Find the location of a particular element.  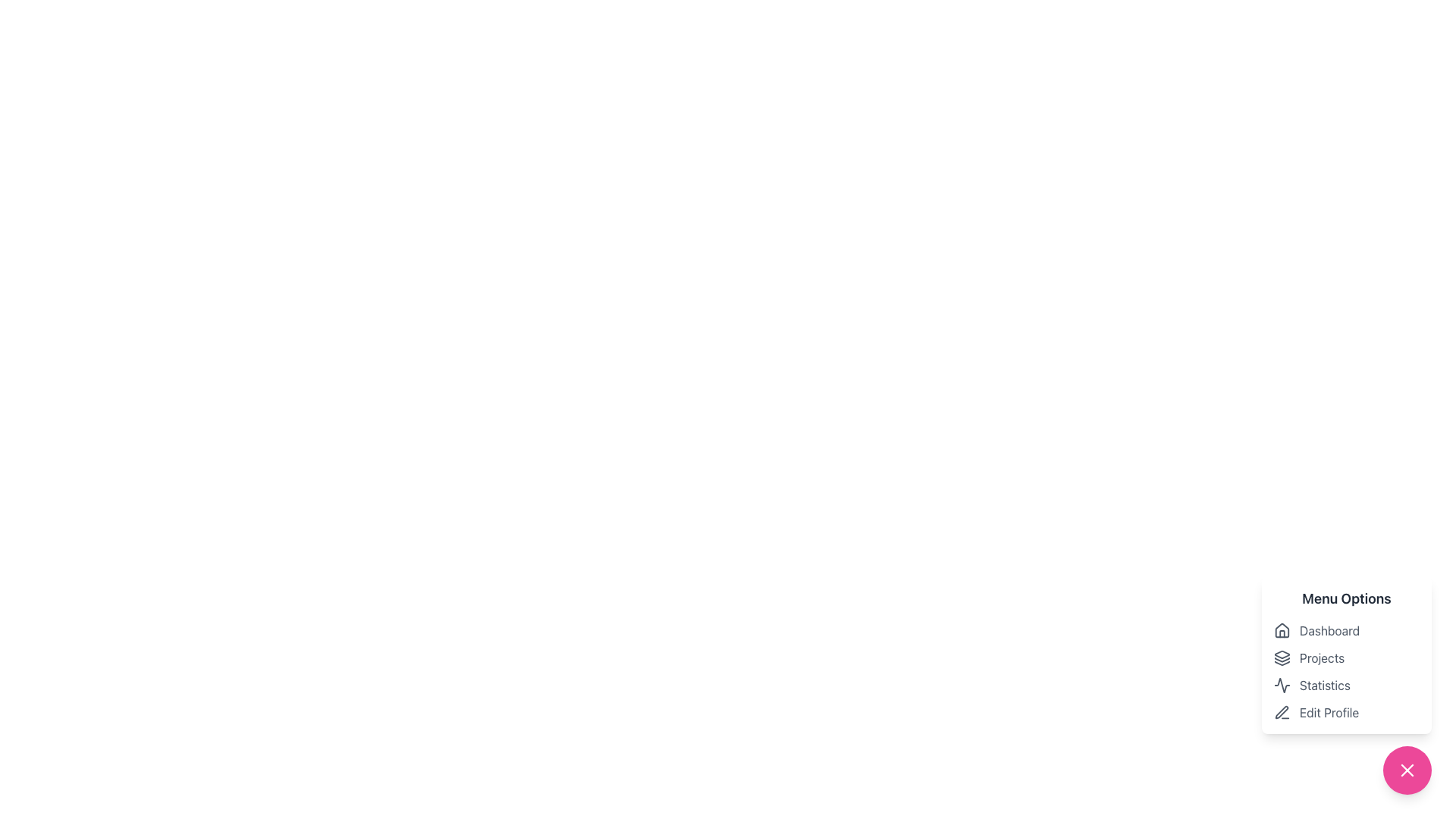

the graphical icon resembling layered shapes with a monochromatic gray outline, located to the left of the 'Projects' text in the vertical navigation menu is located at coordinates (1281, 657).